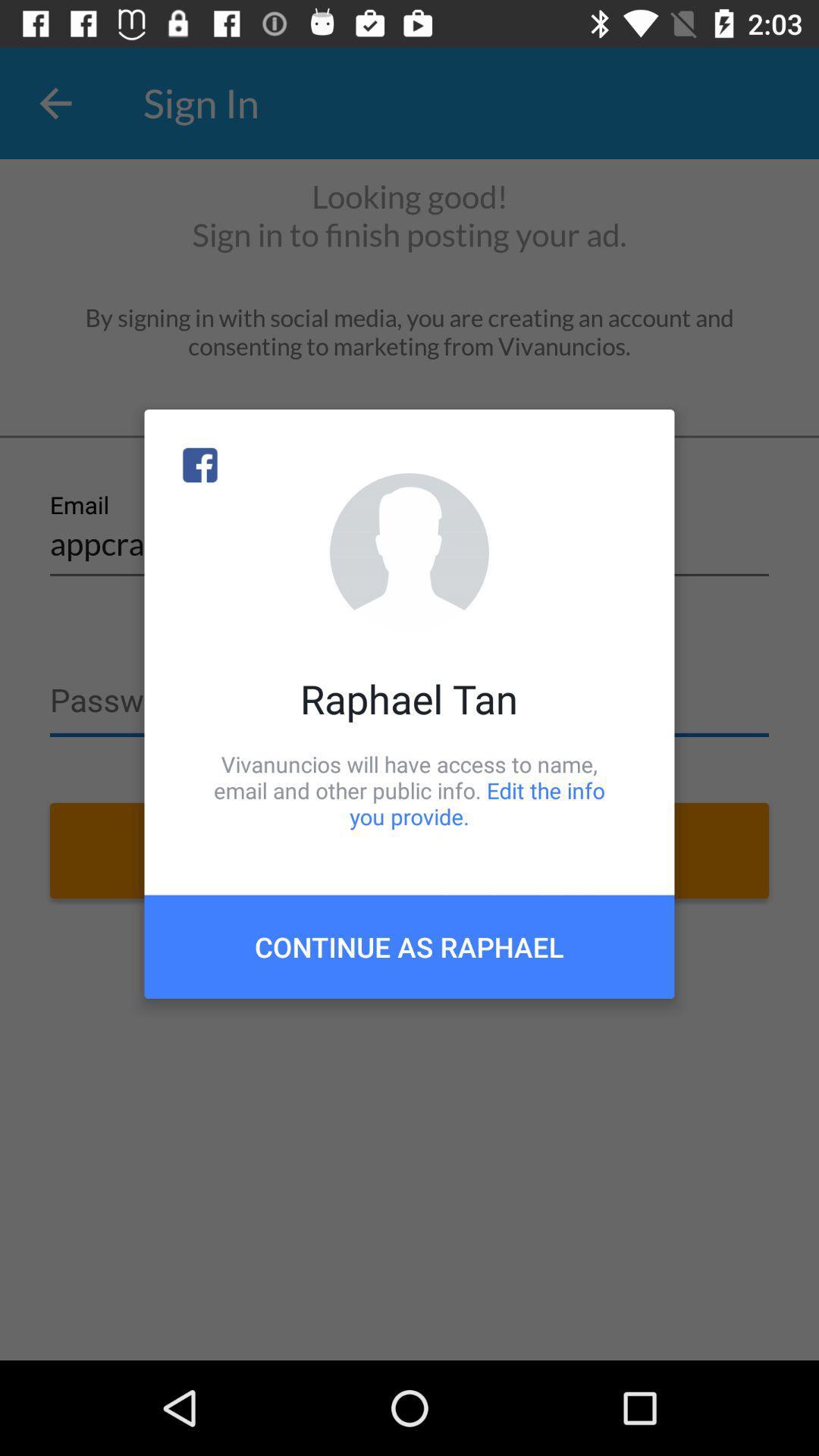  Describe the element at coordinates (409, 789) in the screenshot. I see `item above the continue as raphael item` at that location.